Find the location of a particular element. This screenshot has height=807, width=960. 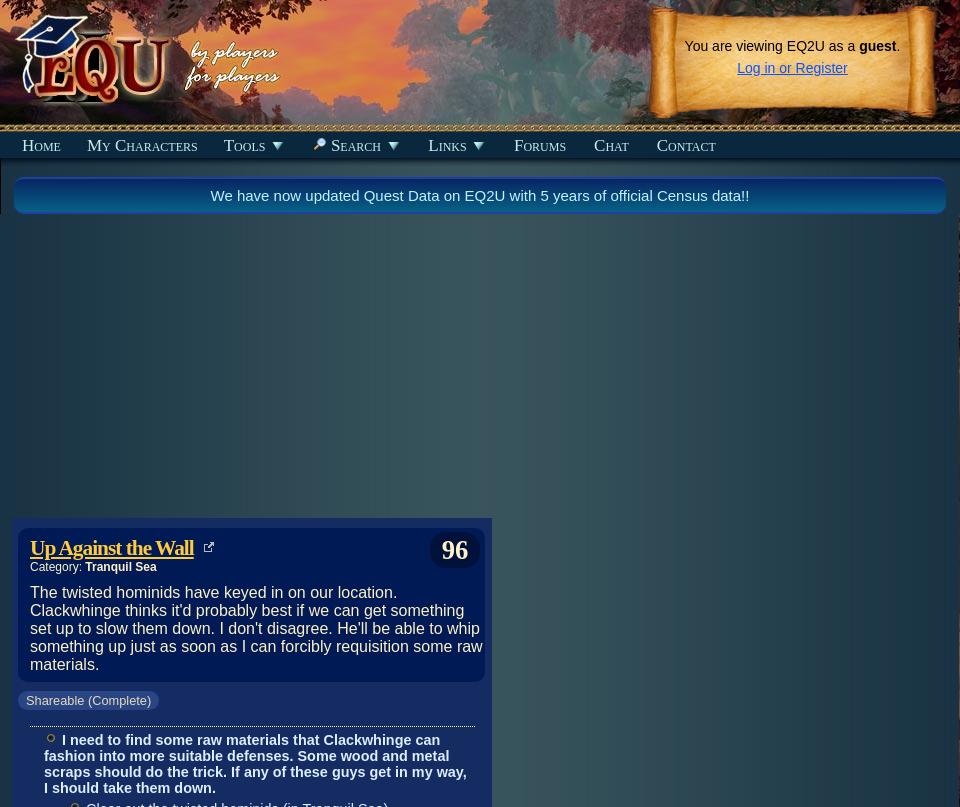

'Recipes' is located at coordinates (39, 219).